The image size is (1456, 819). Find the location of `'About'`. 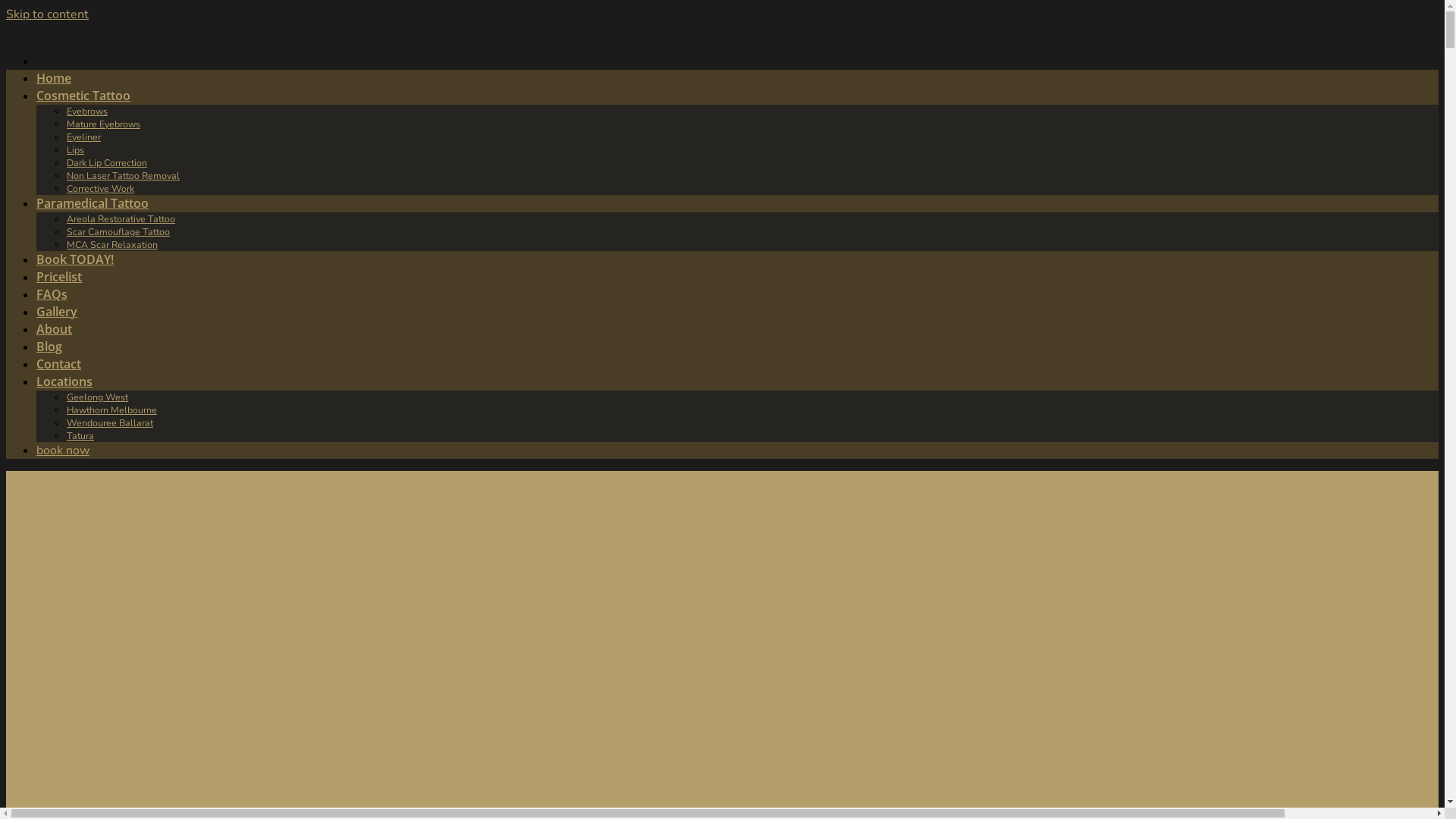

'About' is located at coordinates (54, 328).